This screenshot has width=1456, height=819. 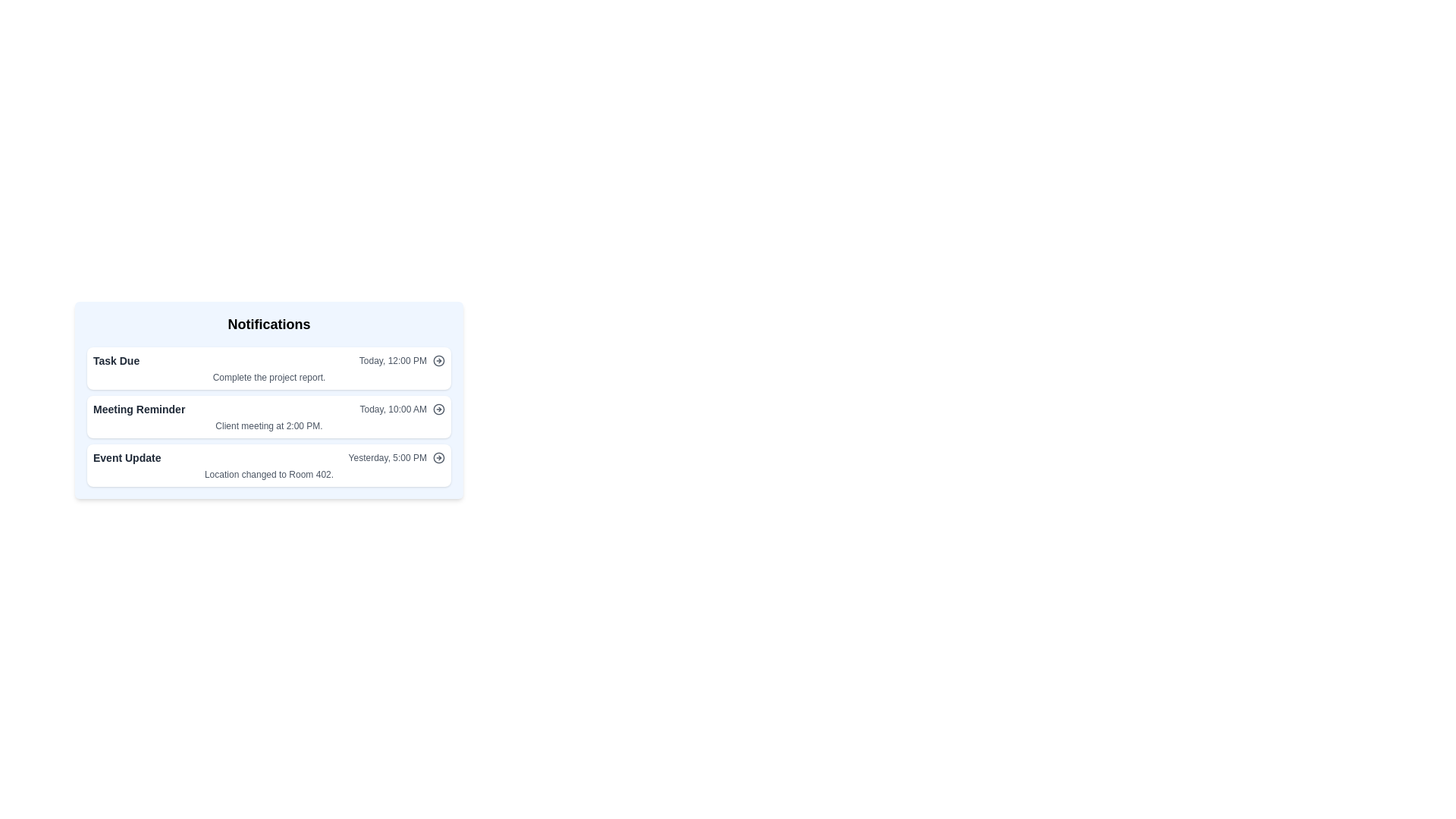 I want to click on text of the title label in the third notification card under the heading 'Notifications', which is the leftmost content in the card, so click(x=127, y=457).